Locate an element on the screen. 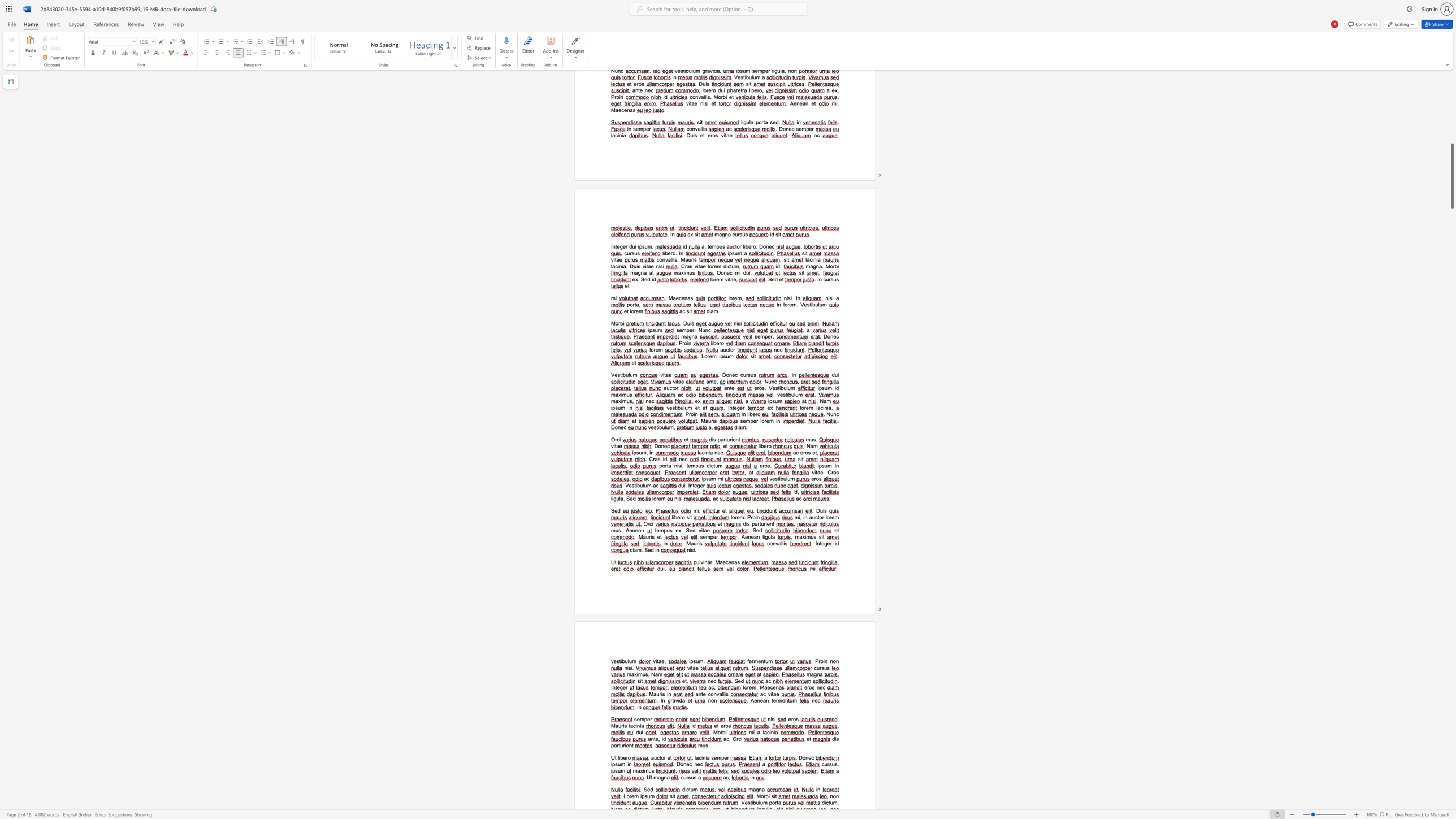 The width and height of the screenshot is (1456, 819). the 1th character "i" in the text is located at coordinates (613, 498).